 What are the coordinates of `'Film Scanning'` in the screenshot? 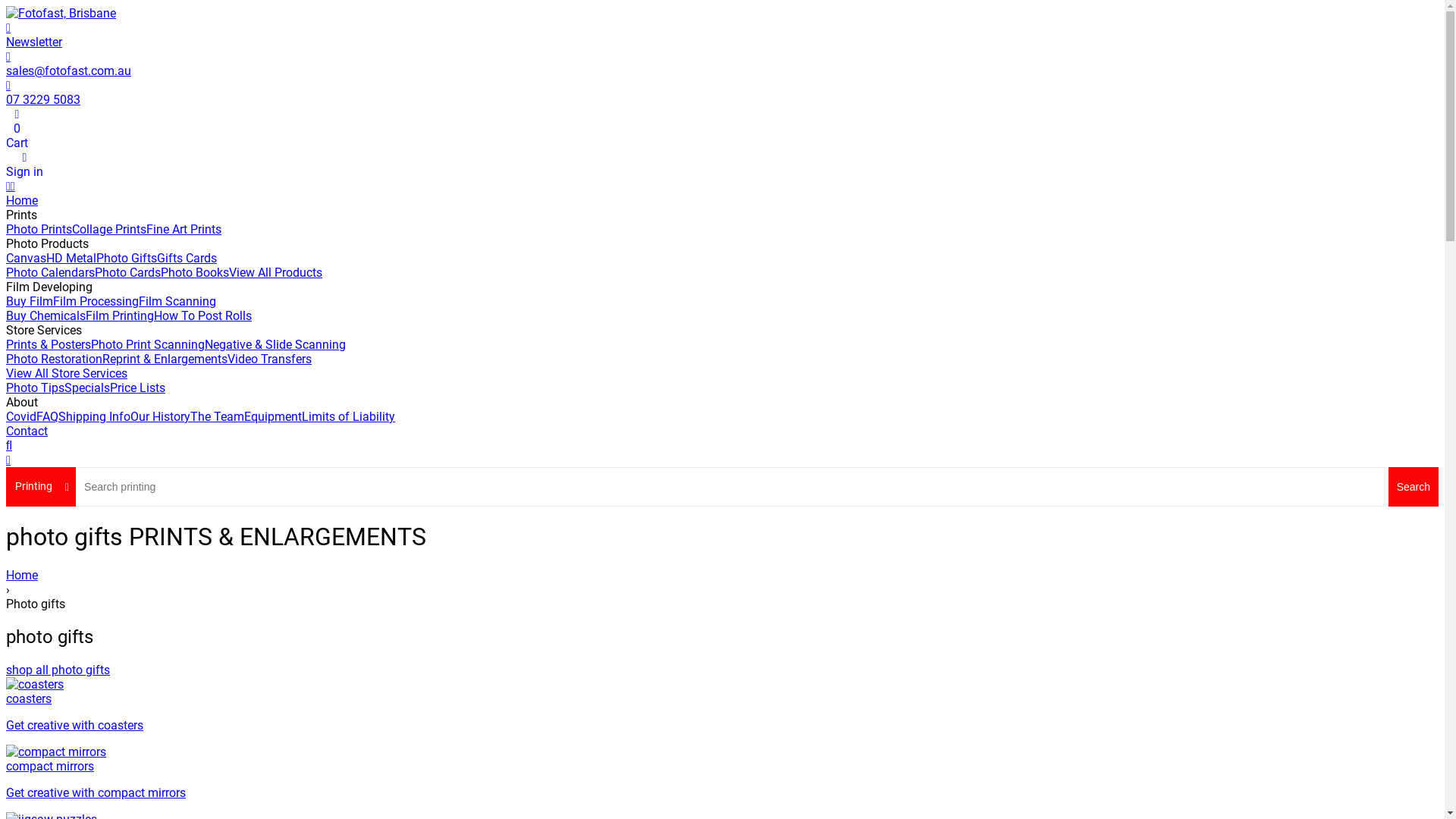 It's located at (177, 301).